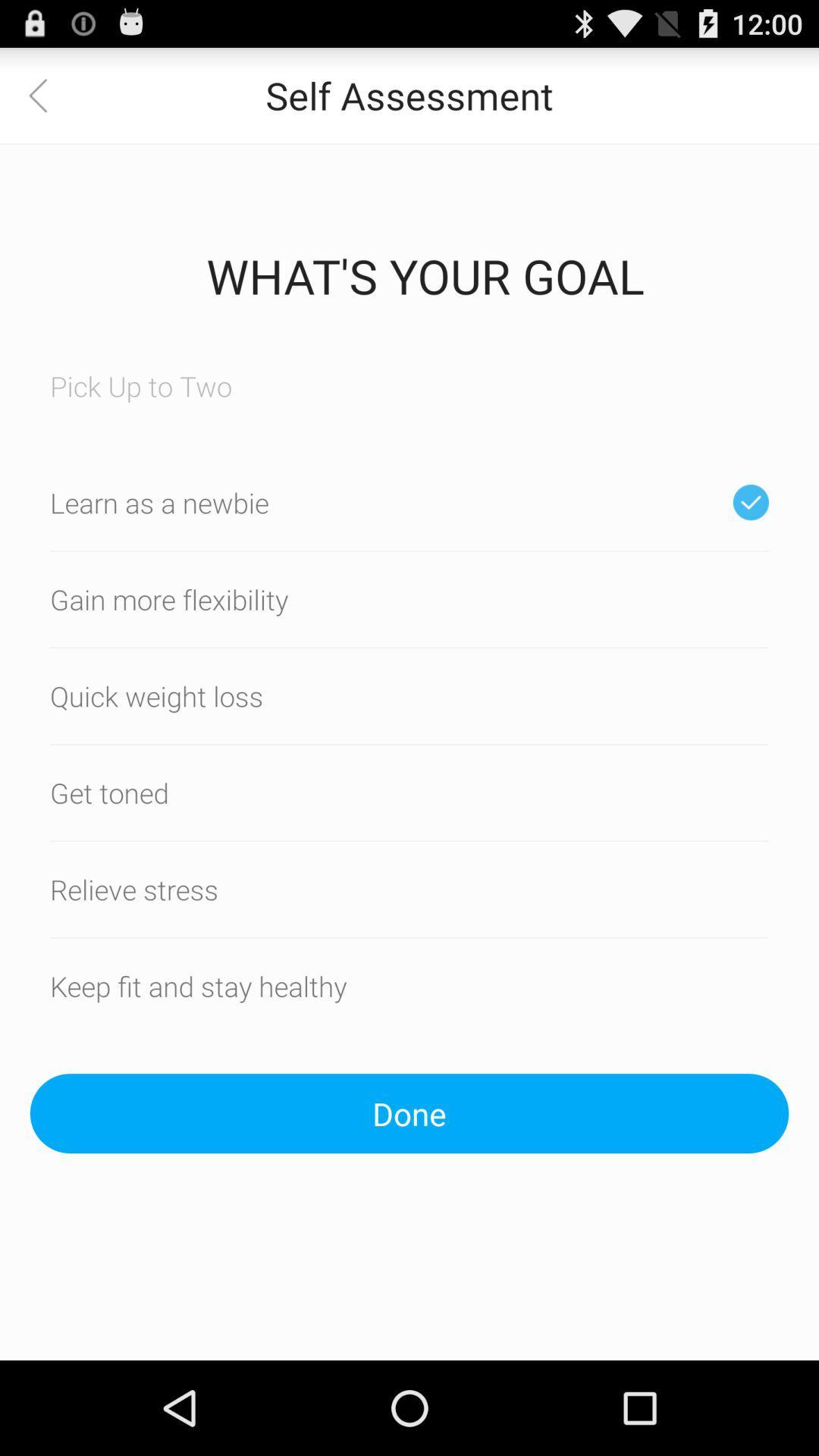 This screenshot has width=819, height=1456. I want to click on the item next to self assessment, so click(46, 94).